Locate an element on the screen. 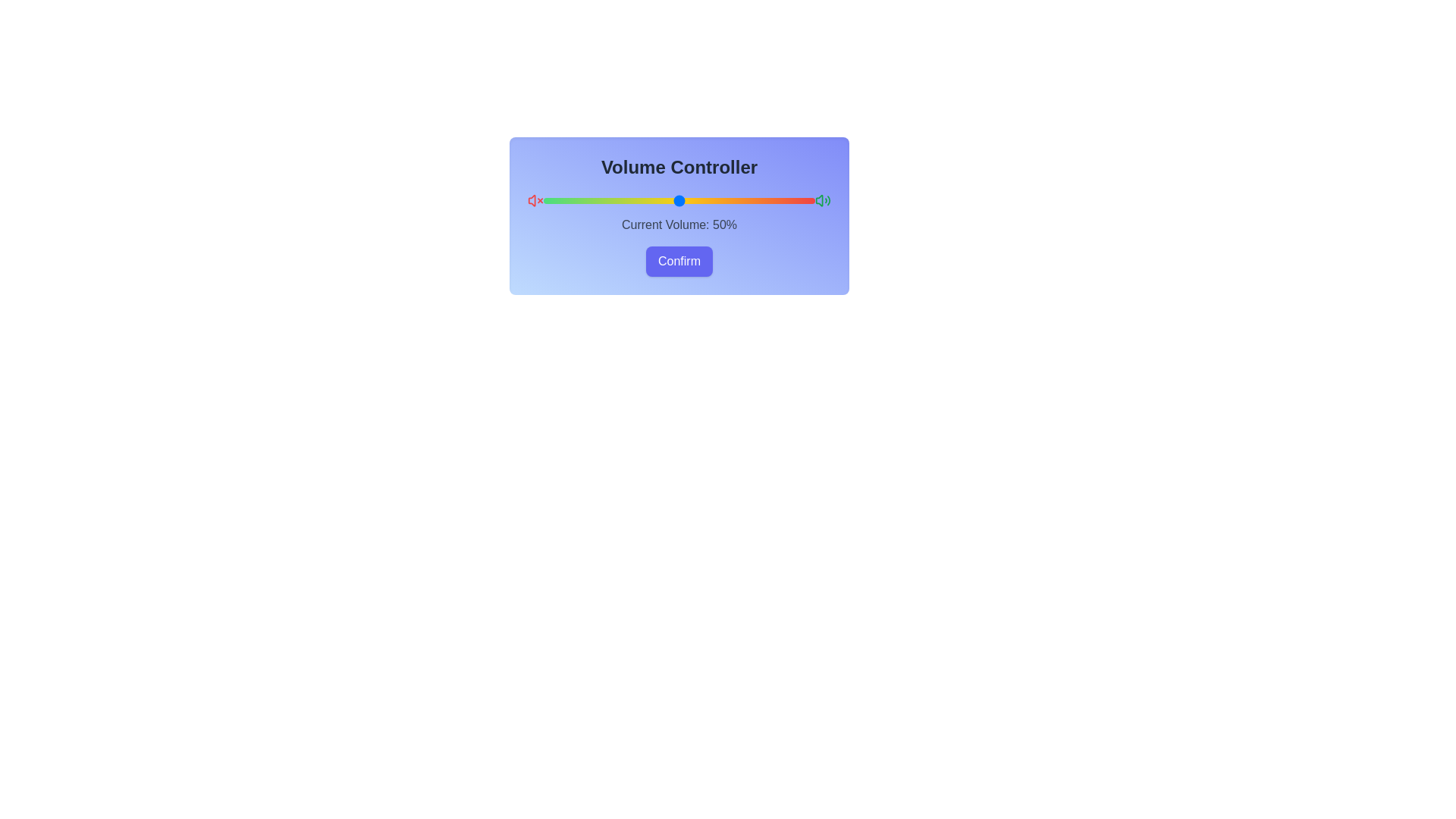 Image resolution: width=1456 pixels, height=819 pixels. the volume slider to set the volume to 17% is located at coordinates (589, 200).